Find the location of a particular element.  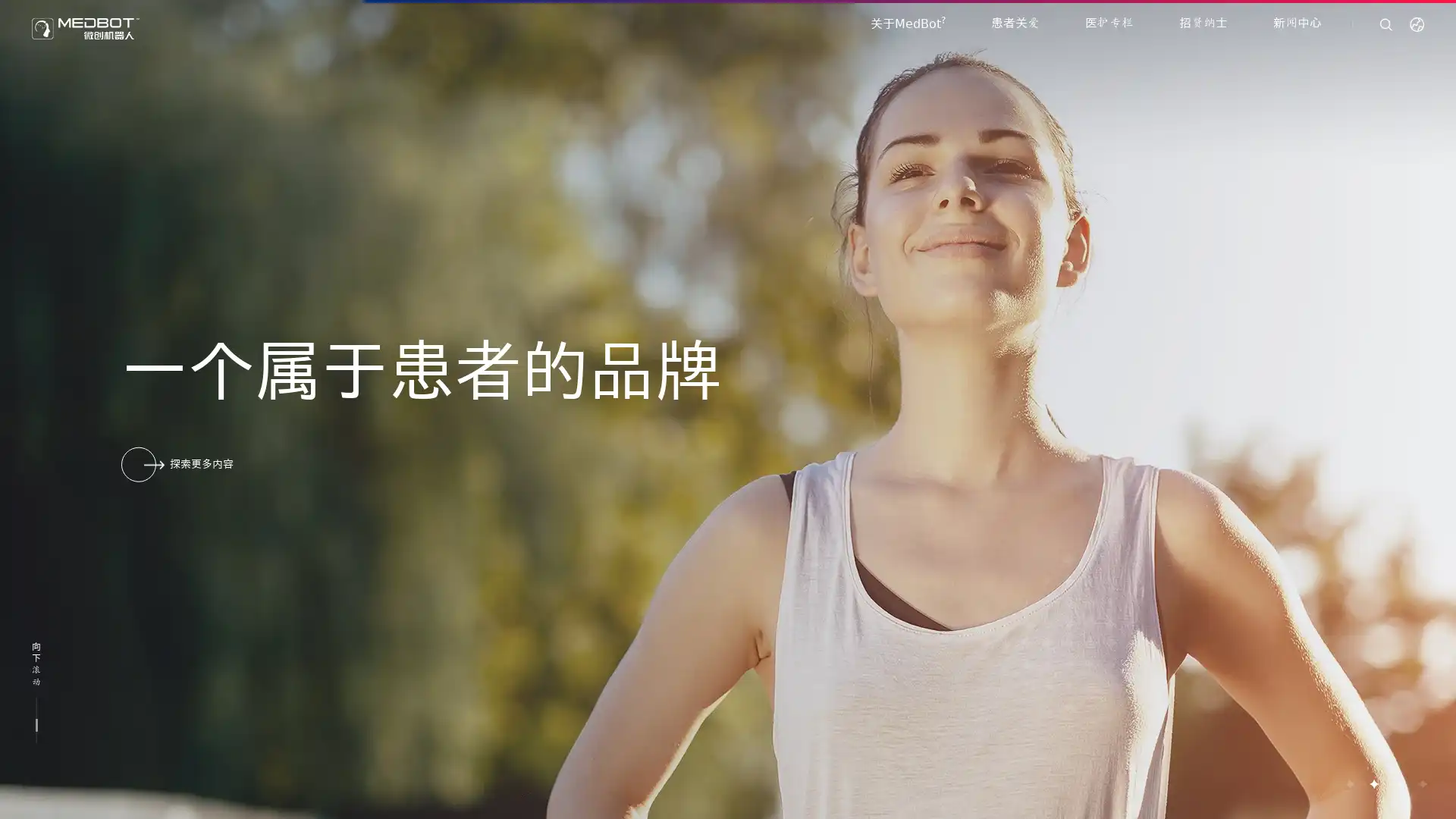

Go to slide 2 is located at coordinates (1373, 783).